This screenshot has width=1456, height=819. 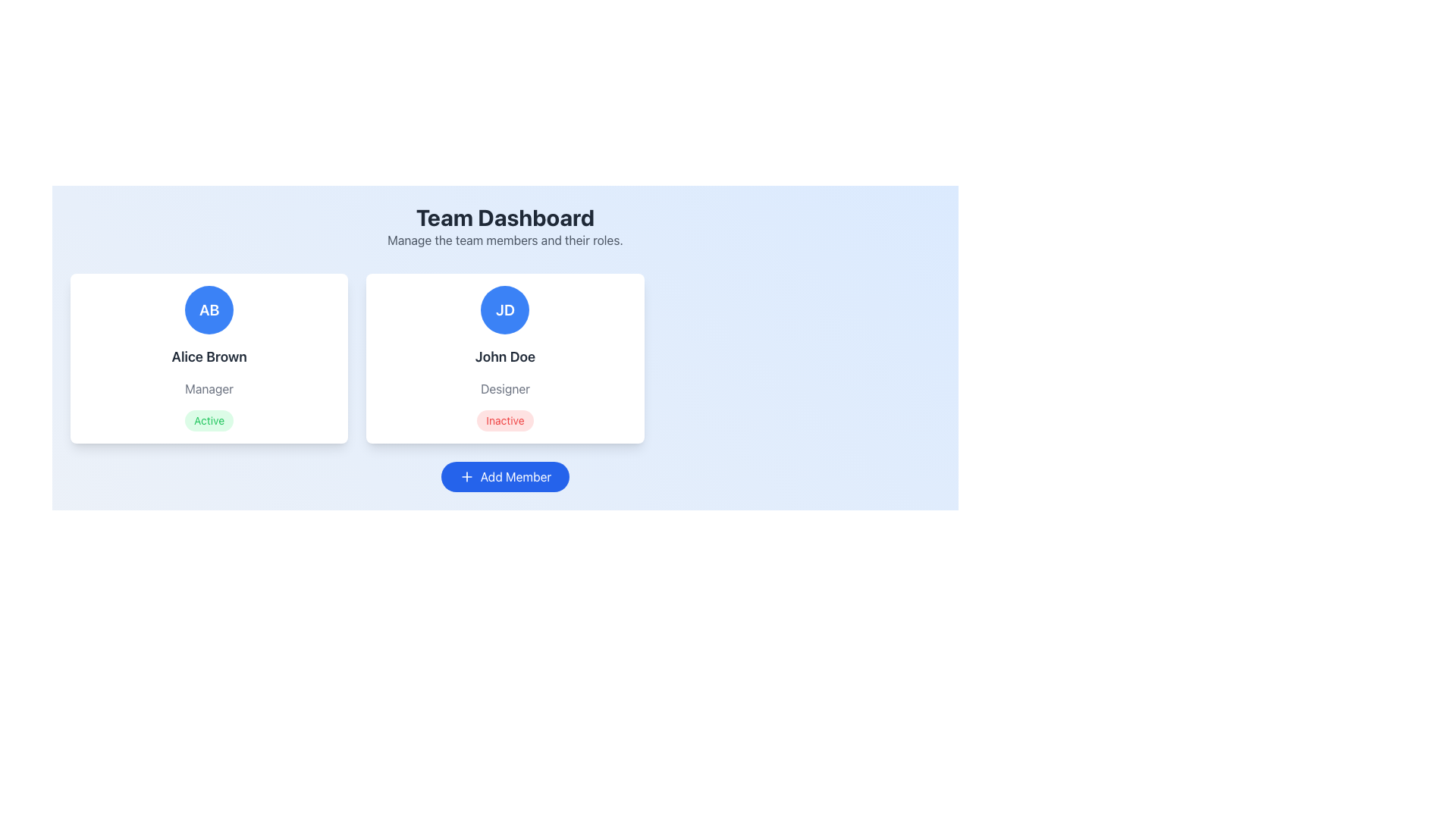 I want to click on the user profile summary card that displays the user's initials, full name, position, and activity status, specifically the second card in the grid layout under the 'Team Dashboard' title, so click(x=505, y=359).